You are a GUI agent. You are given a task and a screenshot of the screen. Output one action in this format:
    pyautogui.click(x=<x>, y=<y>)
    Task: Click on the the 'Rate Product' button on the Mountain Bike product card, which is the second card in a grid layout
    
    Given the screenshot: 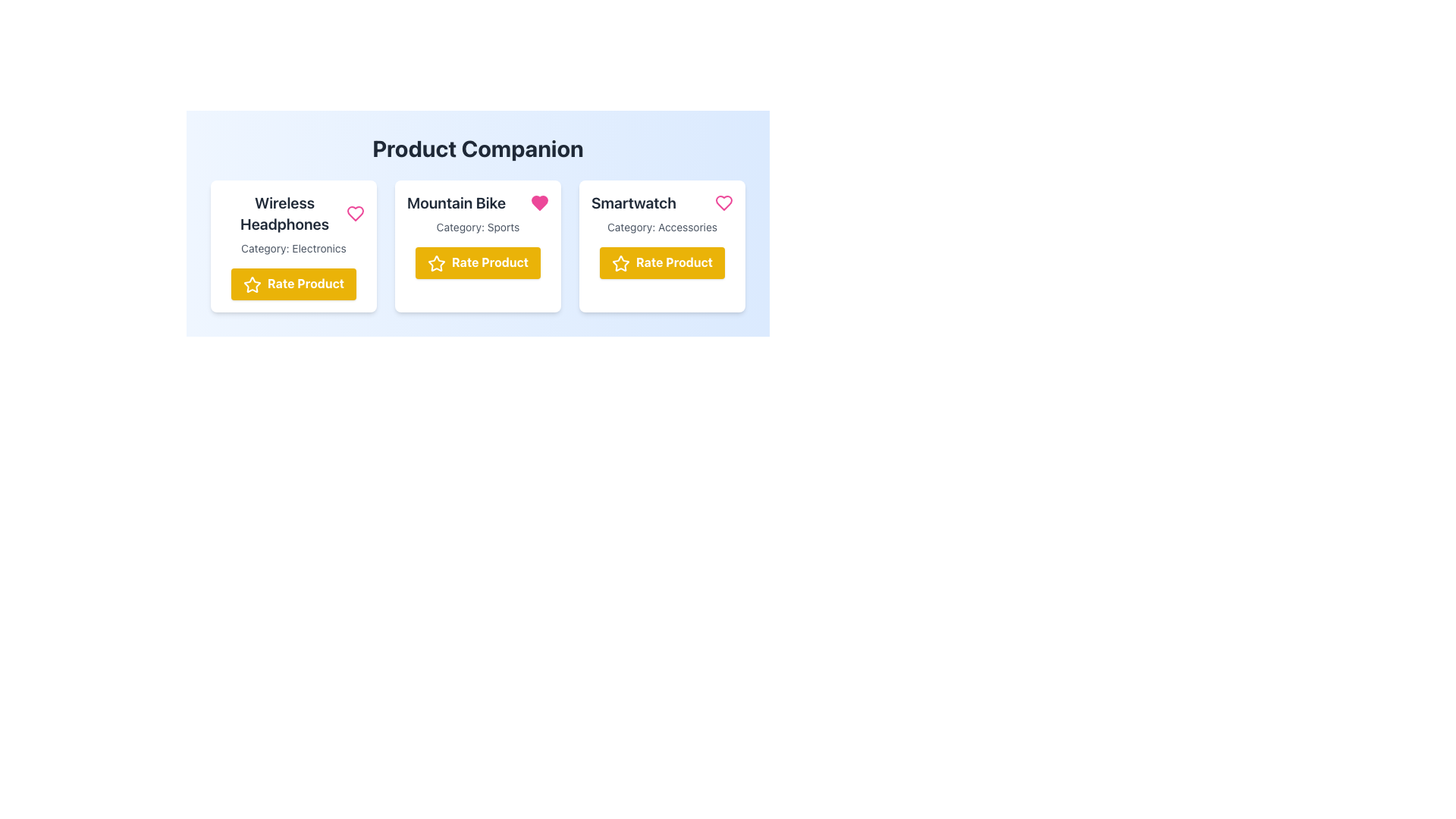 What is the action you would take?
    pyautogui.click(x=477, y=245)
    